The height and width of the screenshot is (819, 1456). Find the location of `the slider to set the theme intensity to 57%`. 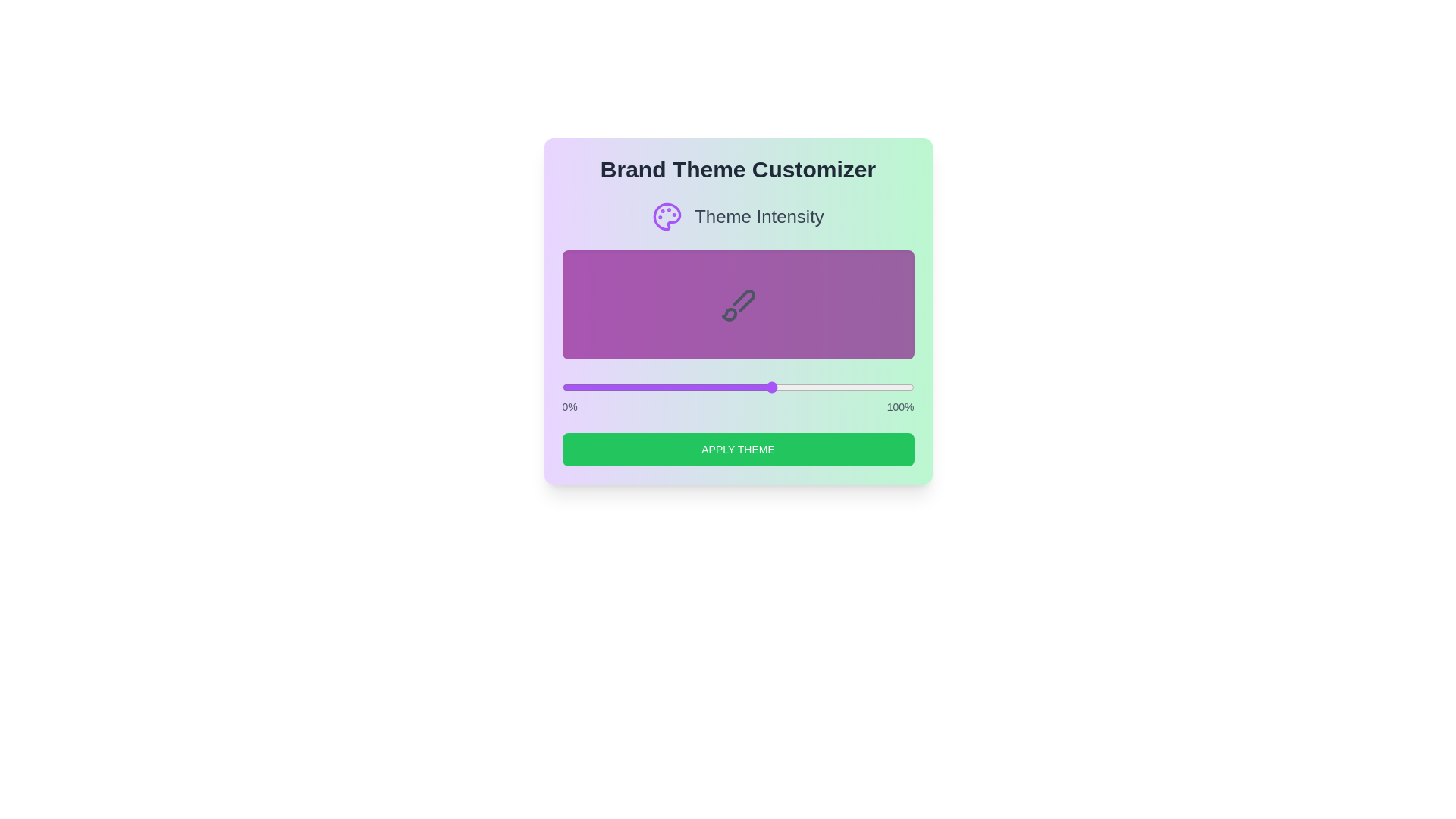

the slider to set the theme intensity to 57% is located at coordinates (762, 386).